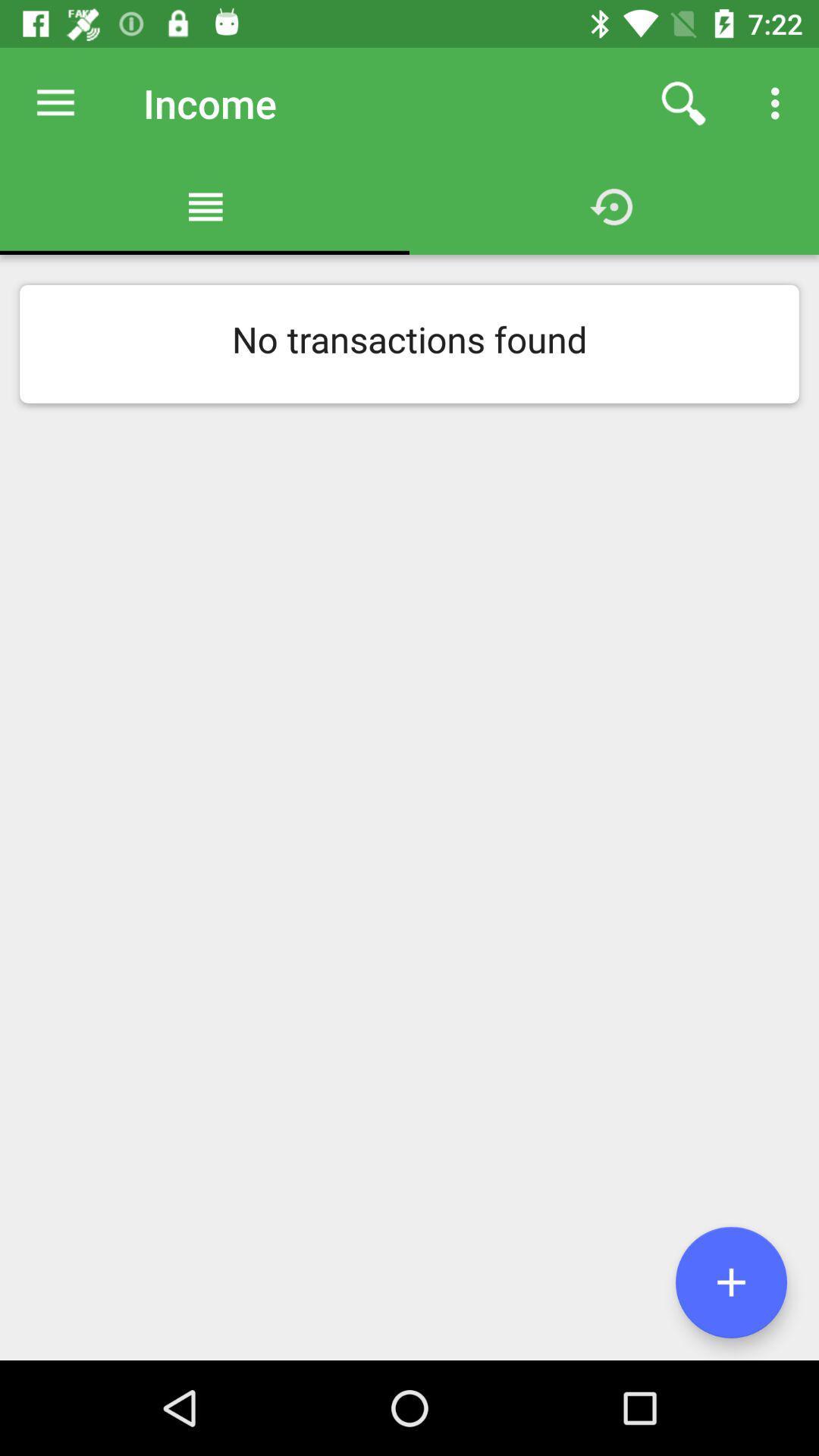 The image size is (819, 1456). I want to click on the item above no transactions found item, so click(55, 102).